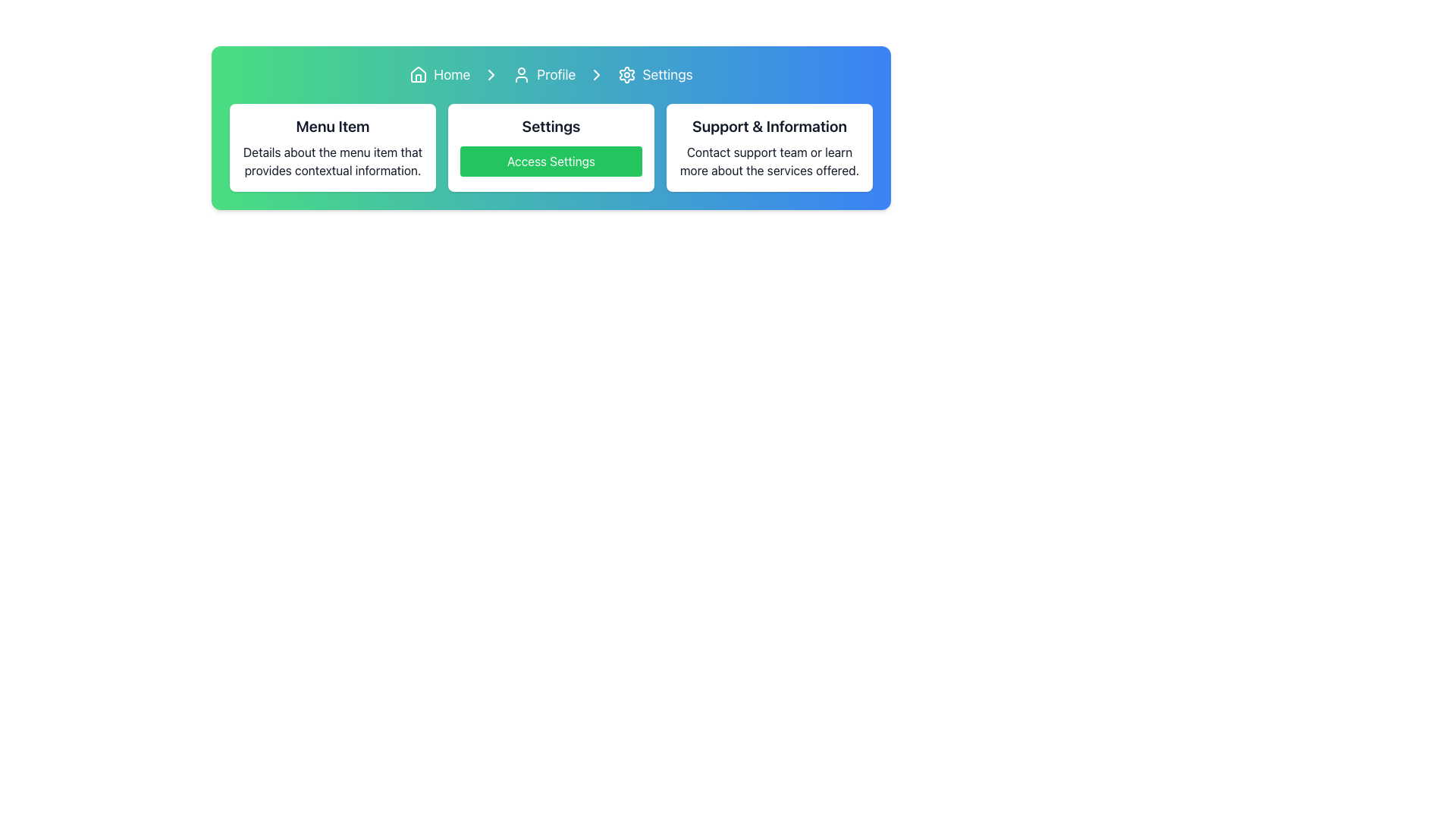 The image size is (1456, 819). Describe the element at coordinates (667, 75) in the screenshot. I see `the 'Settings' static text label located in the breadcrumb navigation bar at the top of the interface` at that location.